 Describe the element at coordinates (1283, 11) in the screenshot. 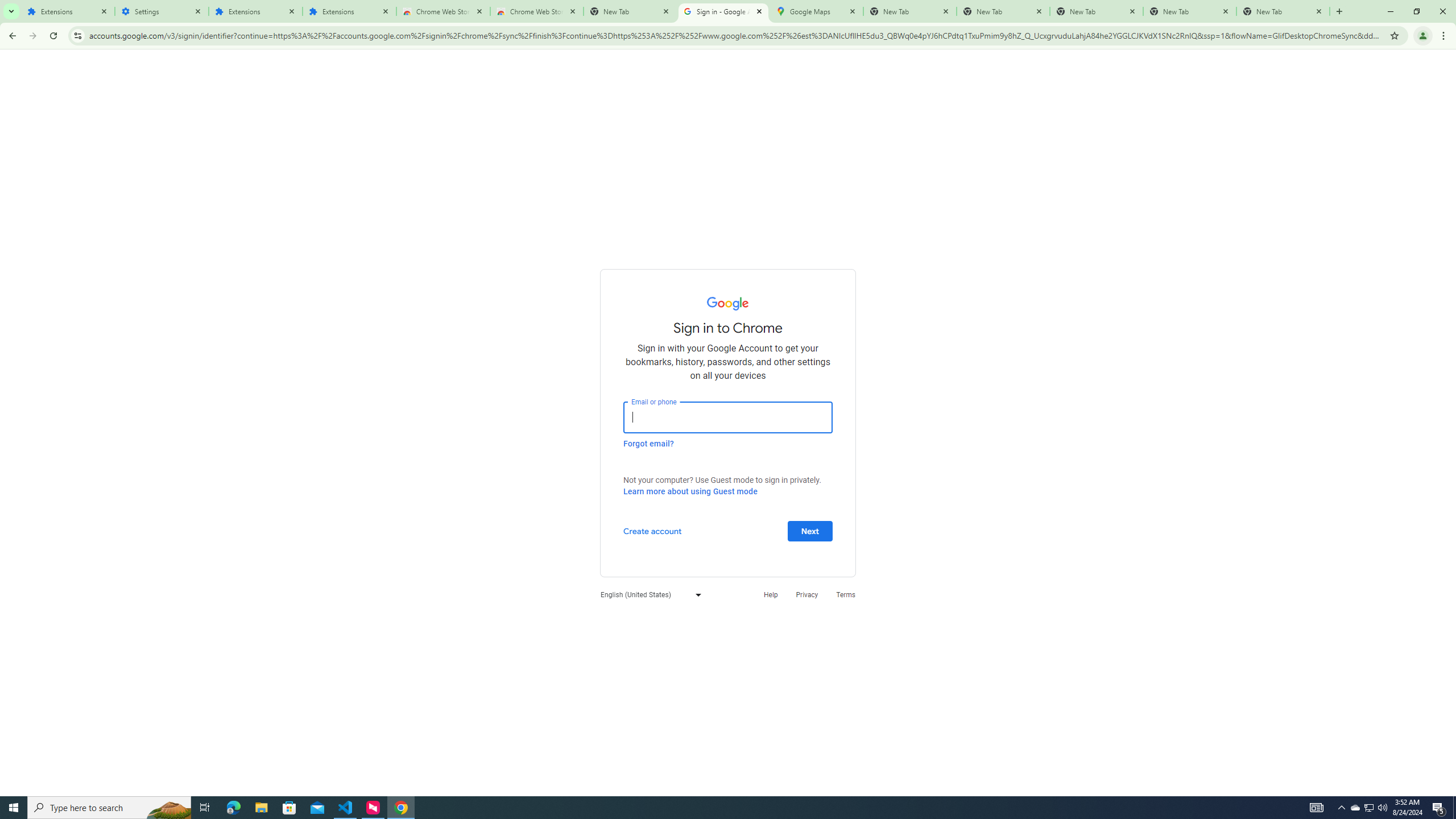

I see `'New Tab'` at that location.